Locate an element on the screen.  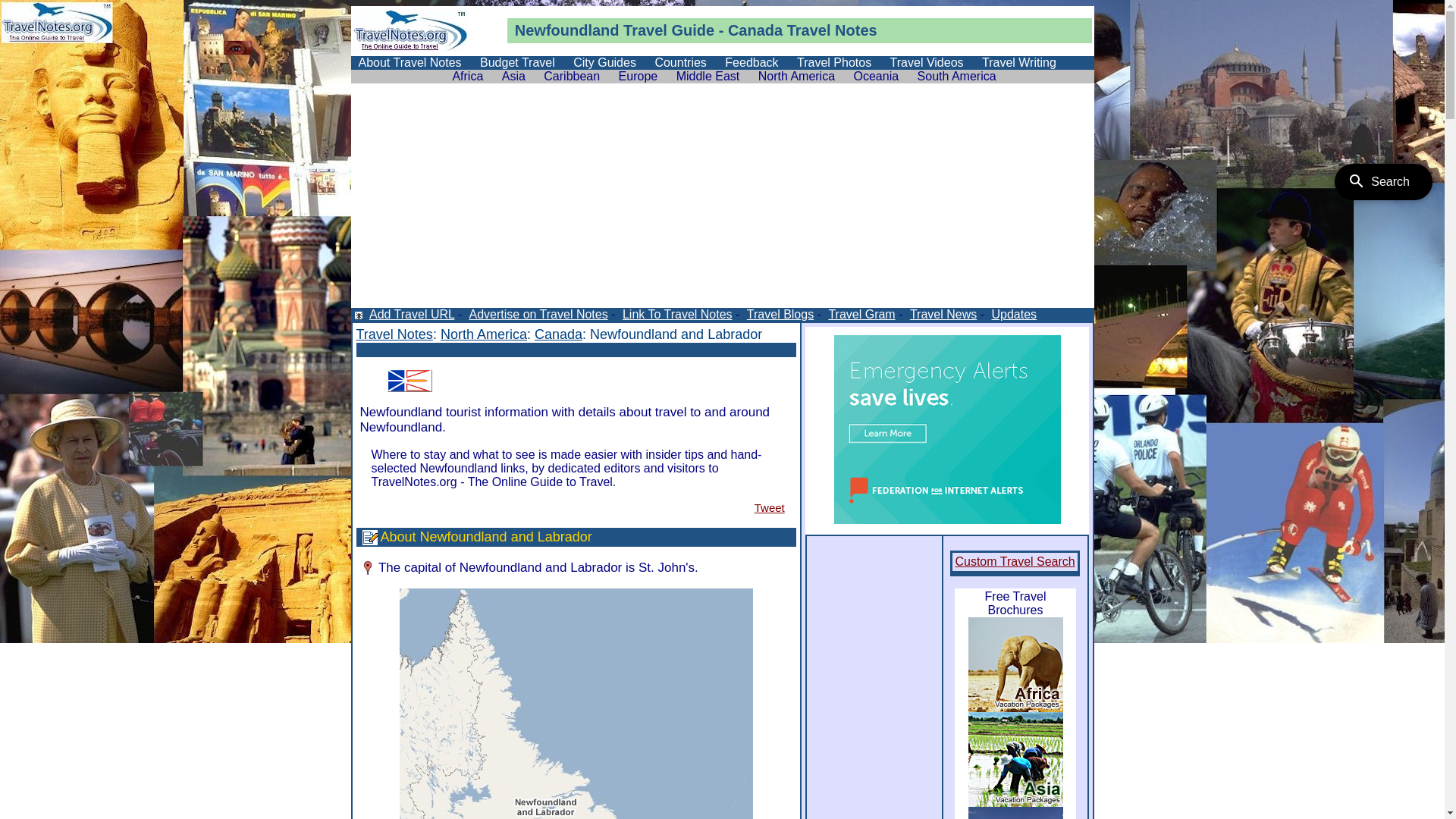
'Caribbean' is located at coordinates (570, 76).